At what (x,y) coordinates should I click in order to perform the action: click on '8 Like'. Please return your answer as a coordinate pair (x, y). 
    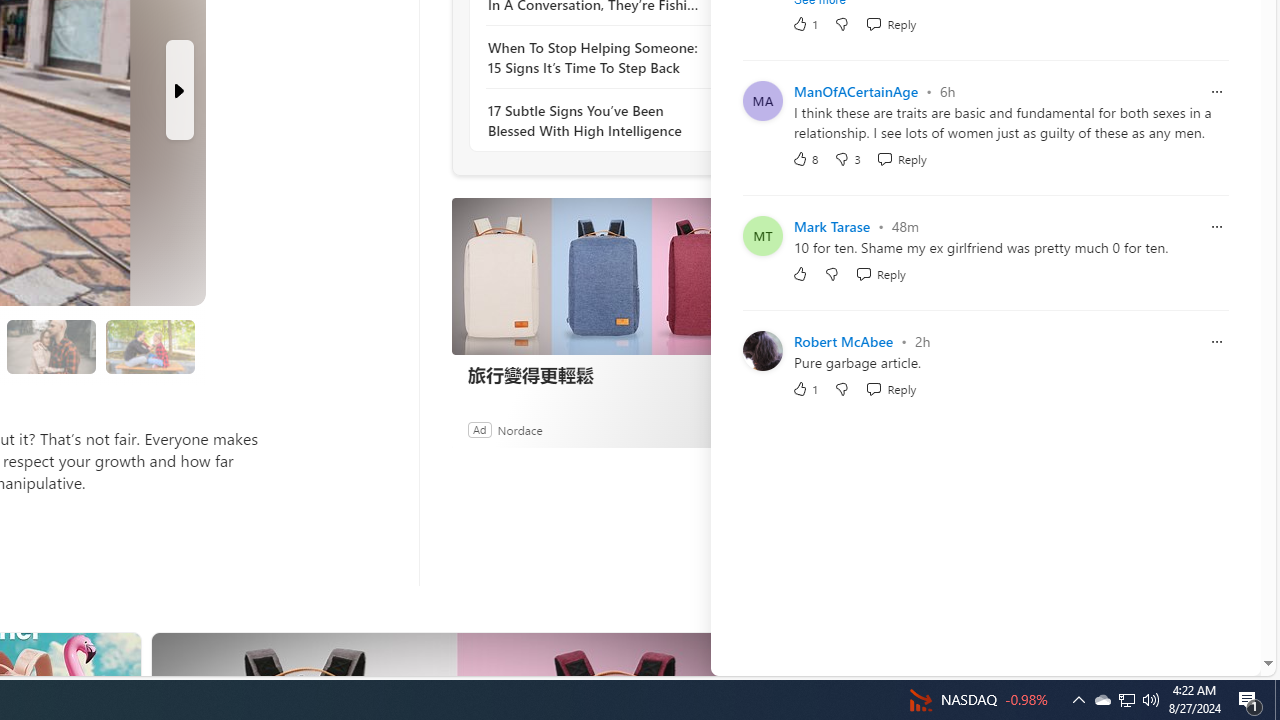
    Looking at the image, I should click on (805, 157).